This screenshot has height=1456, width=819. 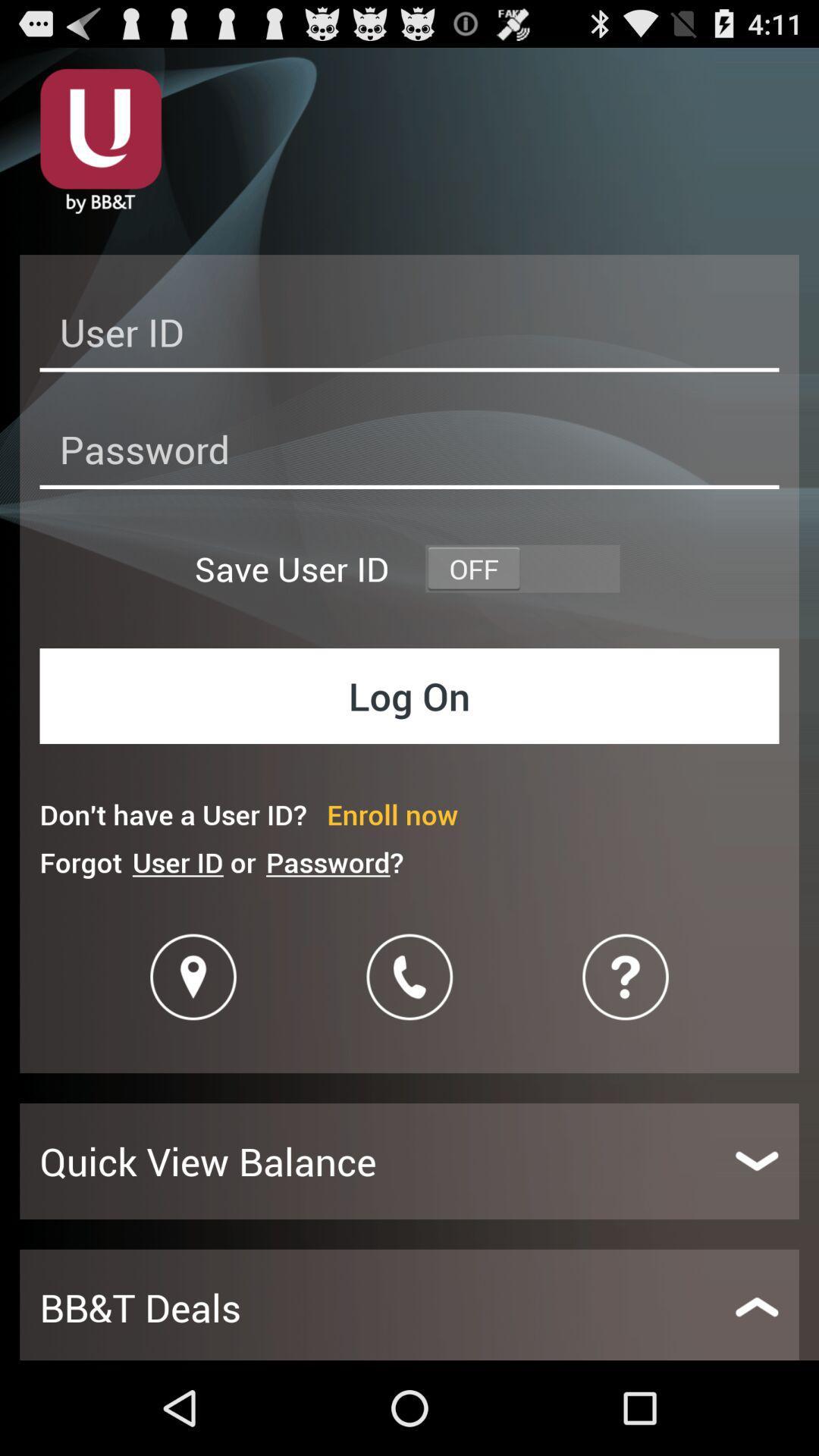 I want to click on item below the log on item, so click(x=391, y=814).